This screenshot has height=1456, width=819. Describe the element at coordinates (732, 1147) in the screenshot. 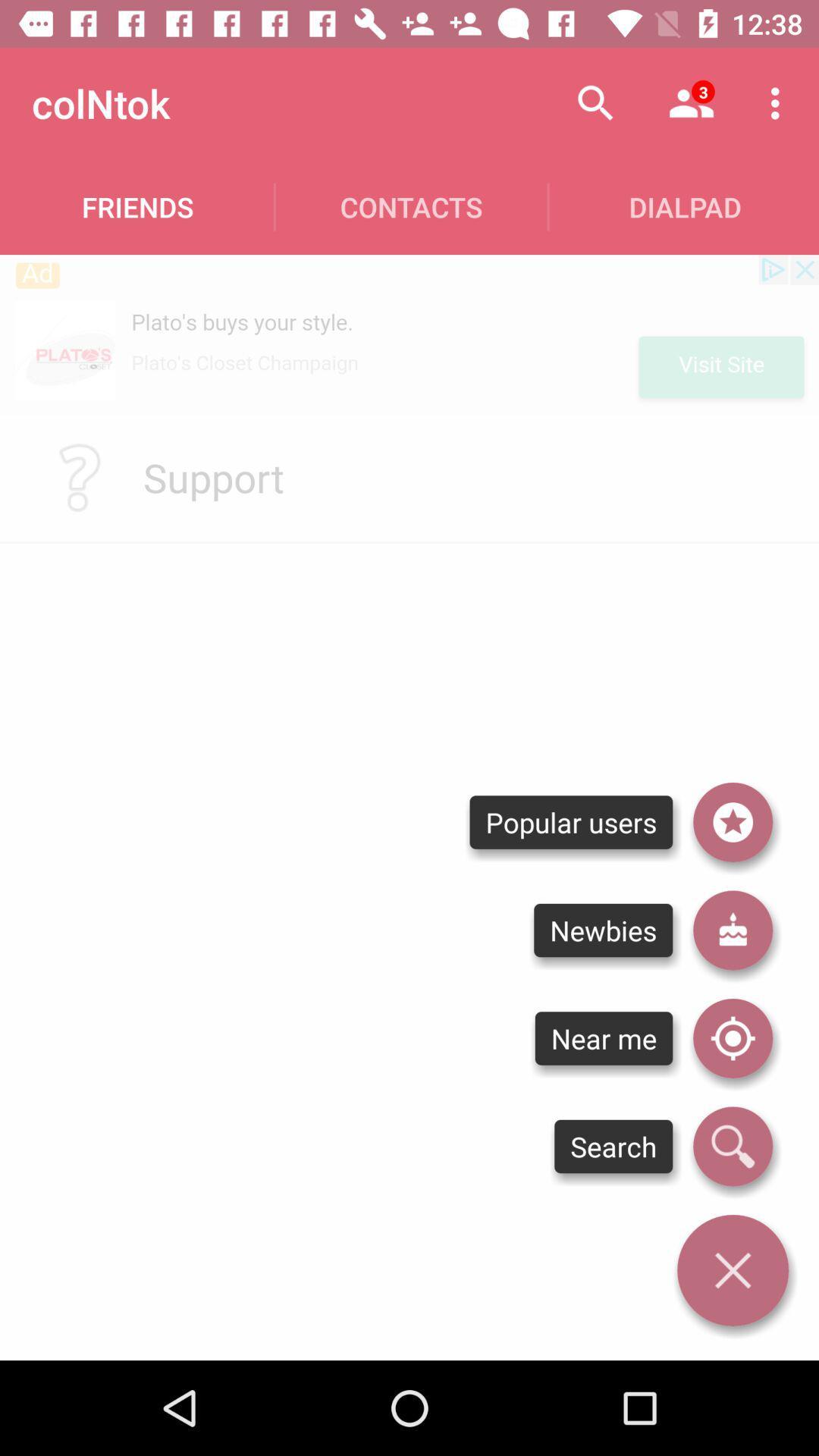

I see `icon next to the near me` at that location.